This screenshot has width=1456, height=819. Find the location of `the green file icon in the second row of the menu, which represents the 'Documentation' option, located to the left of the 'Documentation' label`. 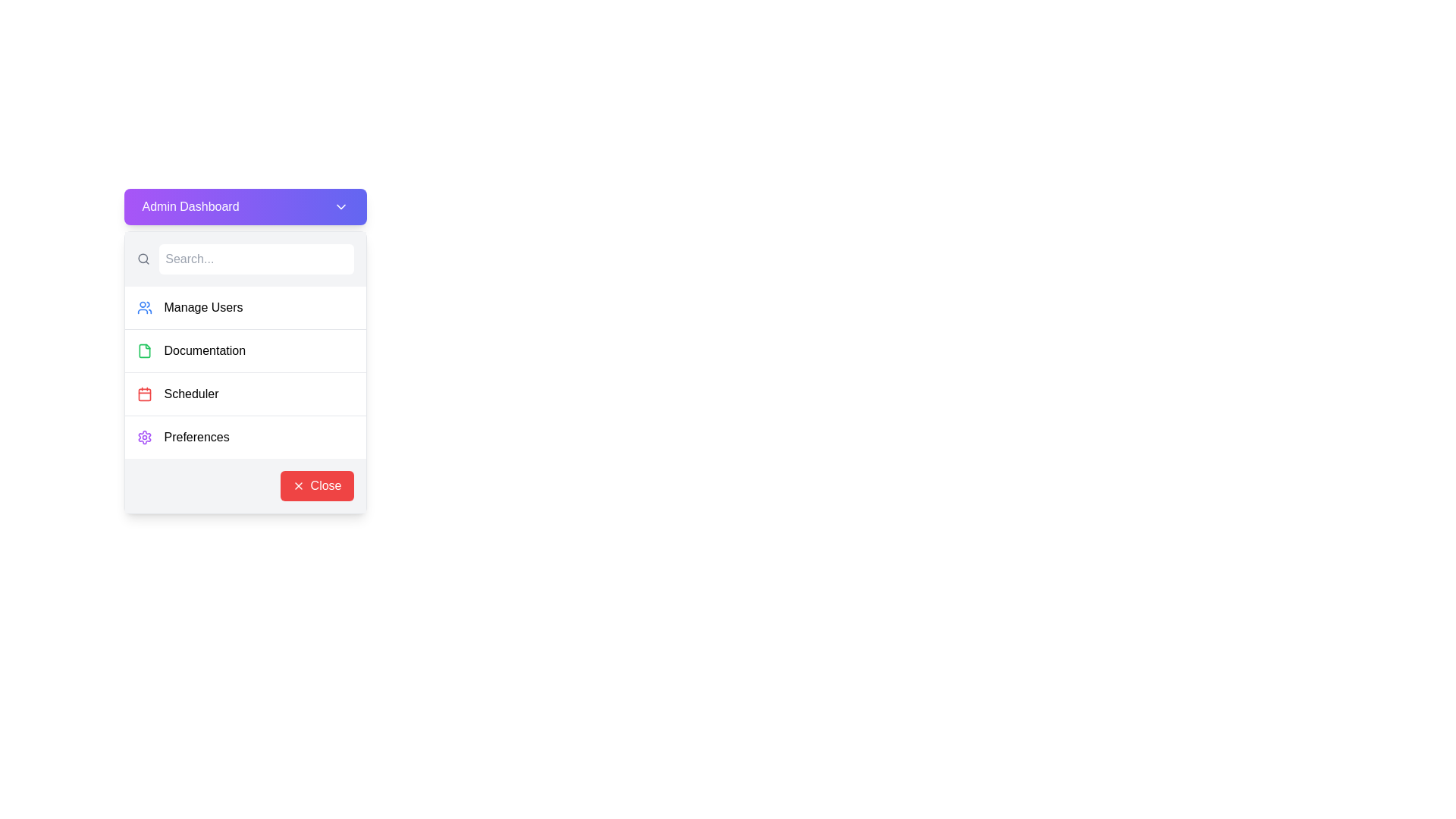

the green file icon in the second row of the menu, which represents the 'Documentation' option, located to the left of the 'Documentation' label is located at coordinates (144, 350).